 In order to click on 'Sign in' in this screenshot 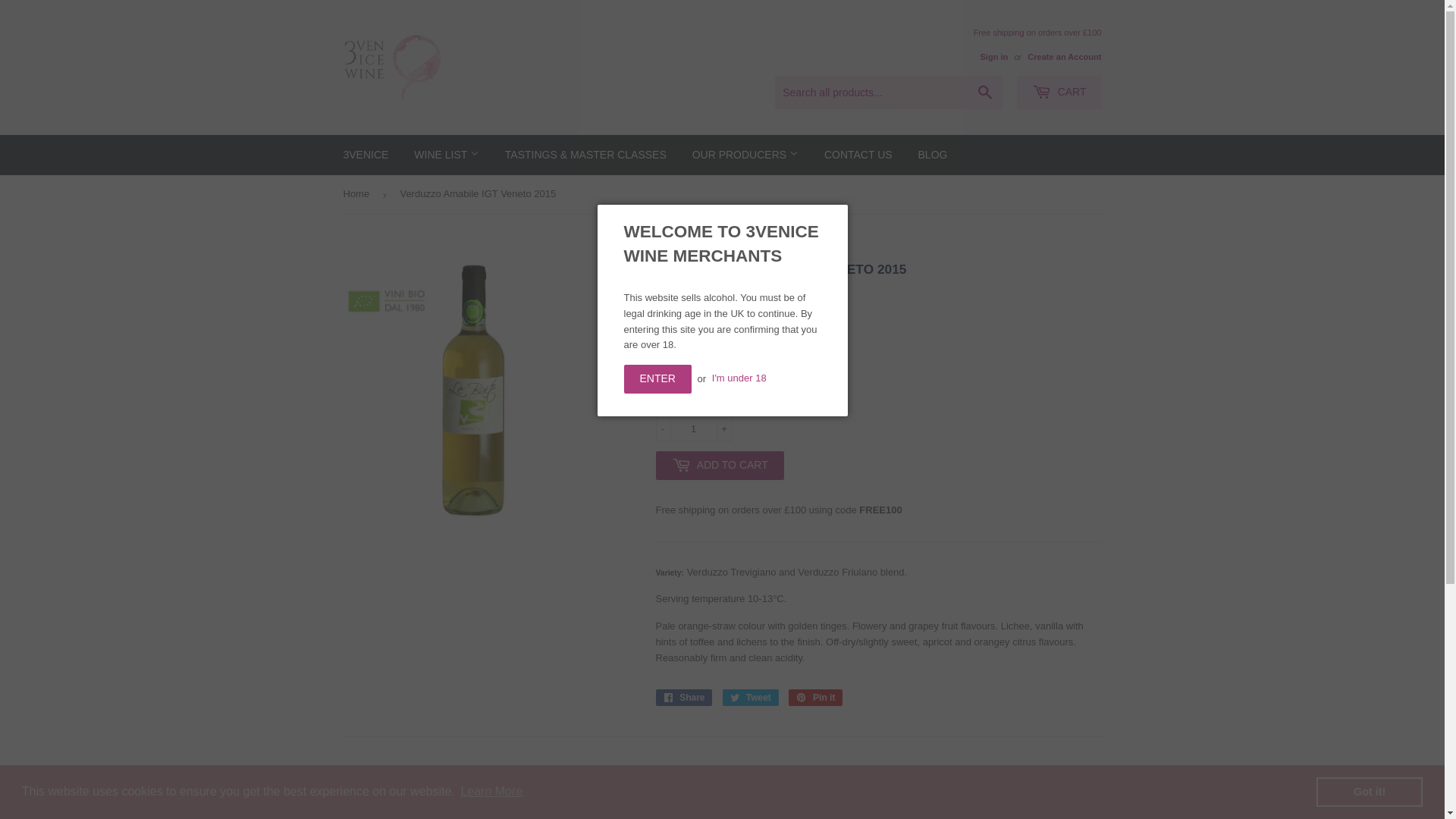, I will do `click(993, 55)`.